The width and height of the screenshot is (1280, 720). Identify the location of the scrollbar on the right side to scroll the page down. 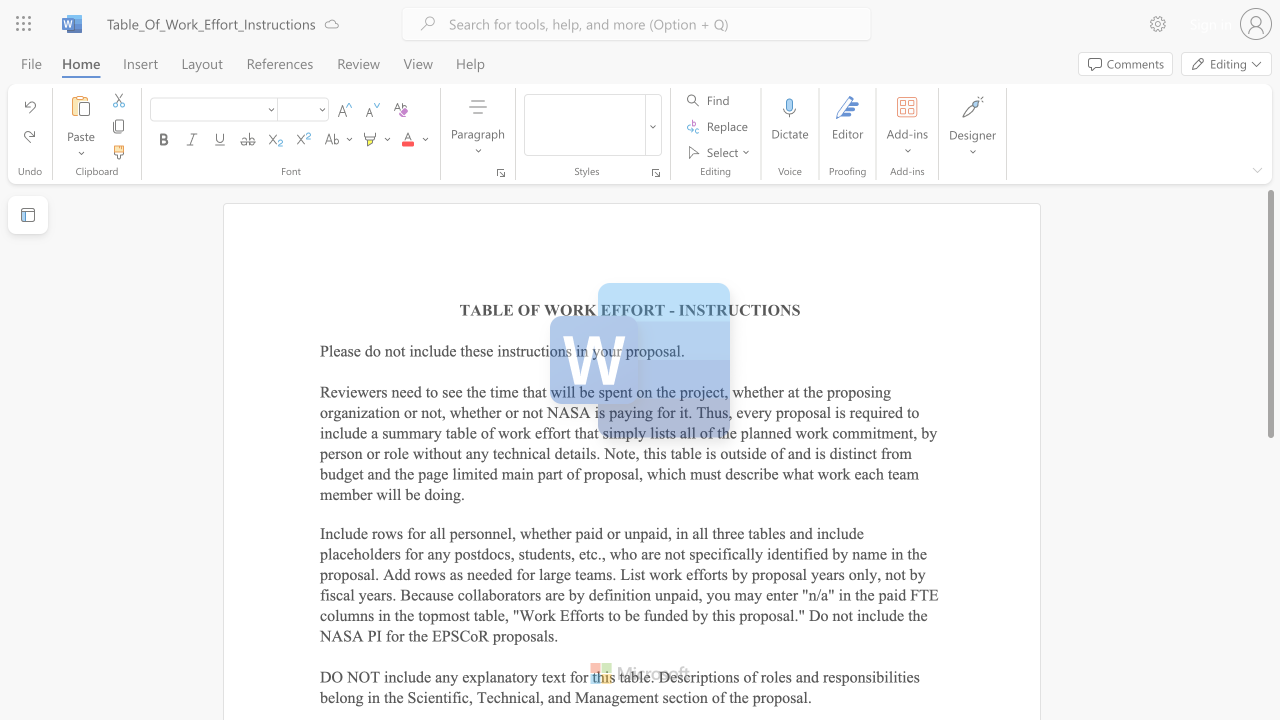
(1269, 588).